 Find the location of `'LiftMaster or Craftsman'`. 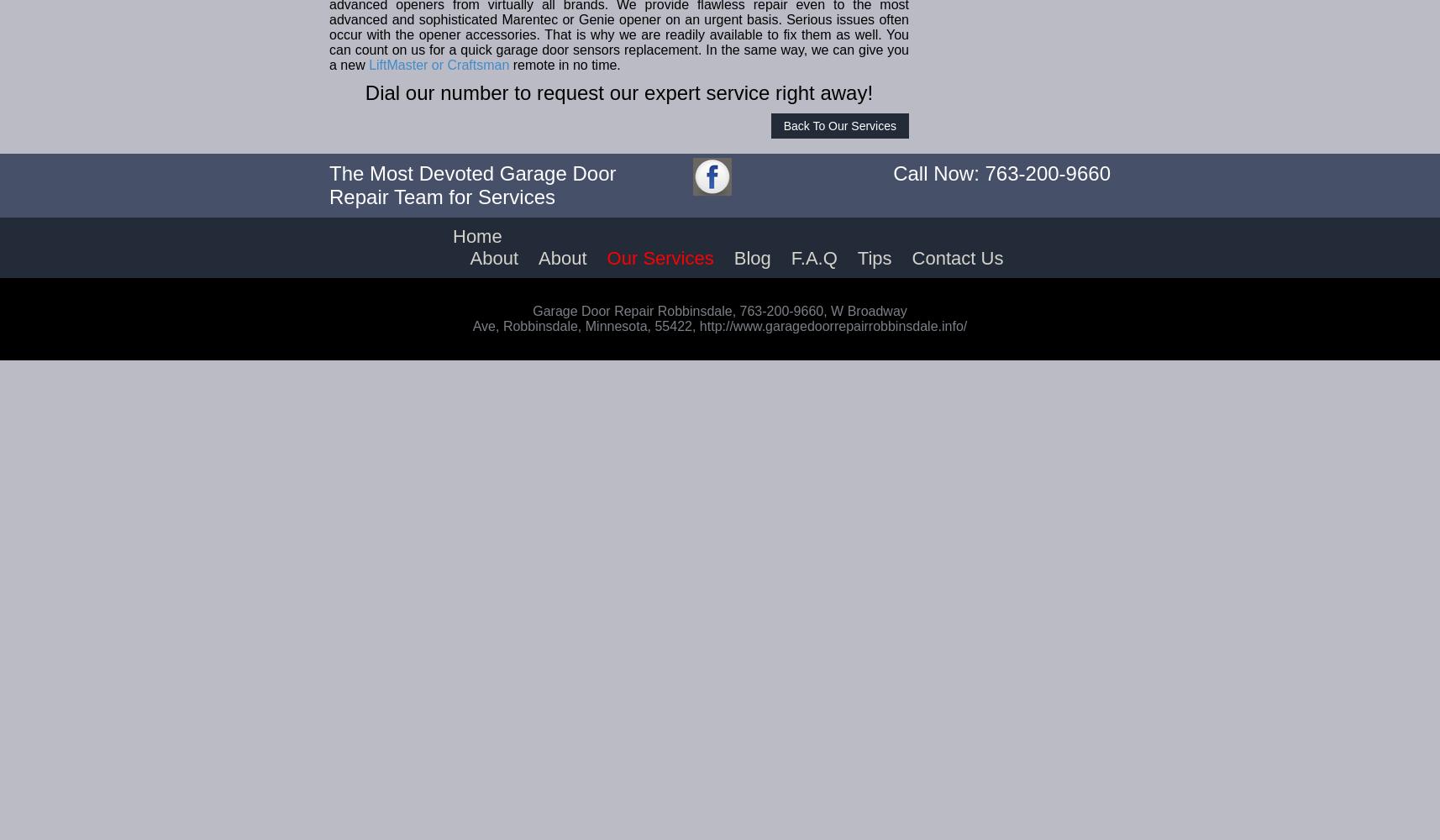

'LiftMaster or Craftsman' is located at coordinates (439, 64).